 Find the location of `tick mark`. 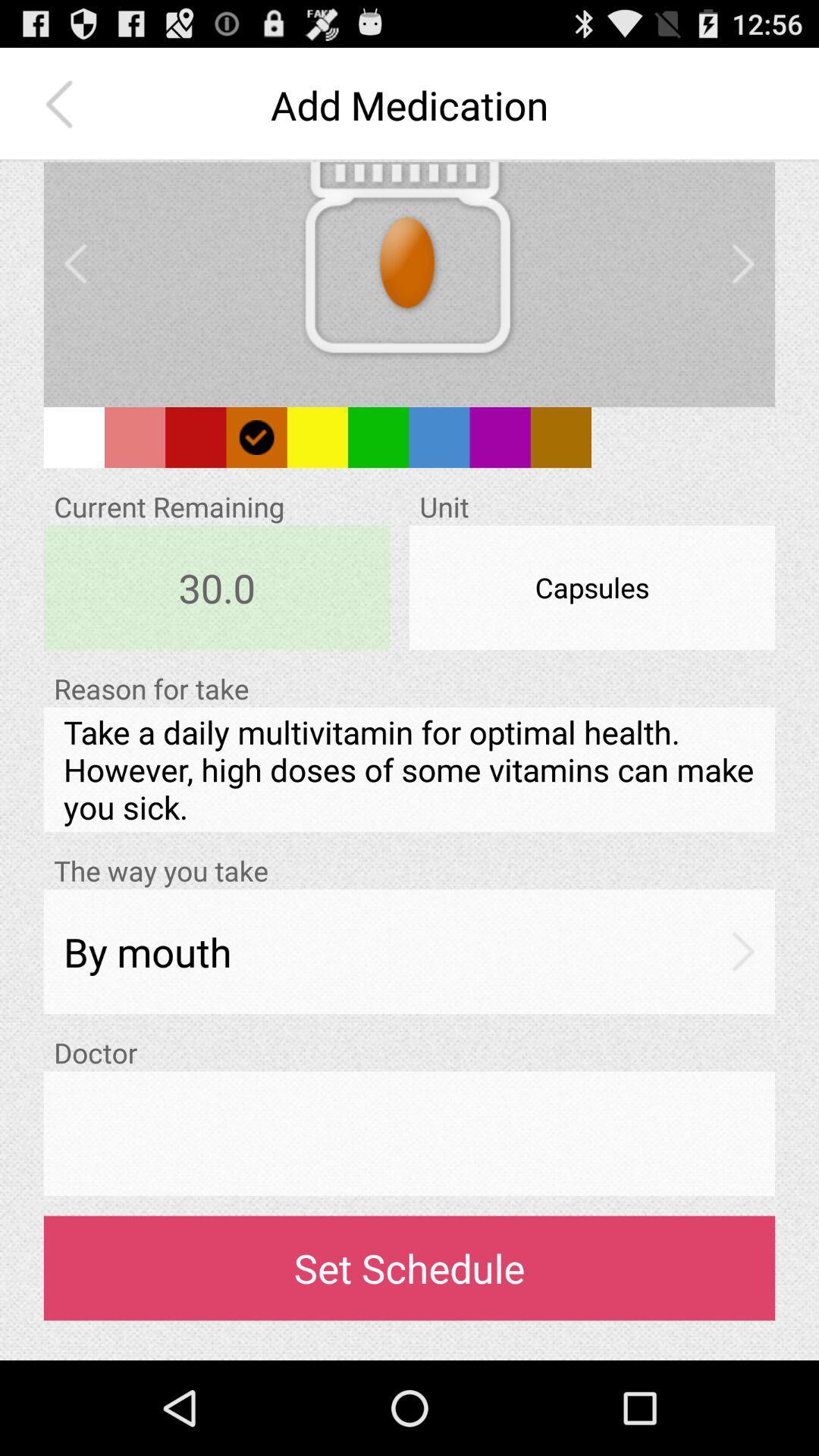

tick mark is located at coordinates (256, 436).